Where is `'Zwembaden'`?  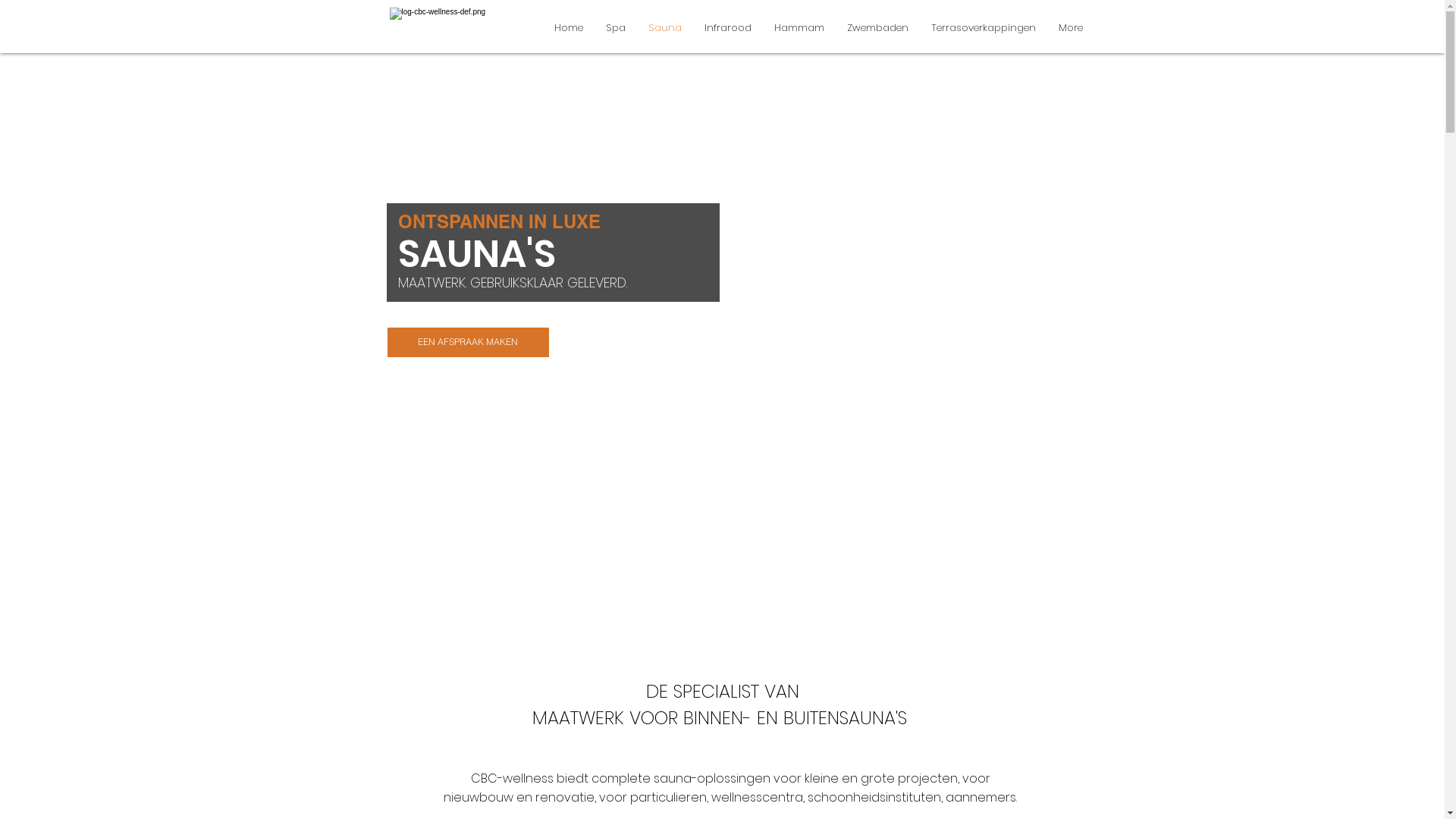
'Zwembaden' is located at coordinates (835, 27).